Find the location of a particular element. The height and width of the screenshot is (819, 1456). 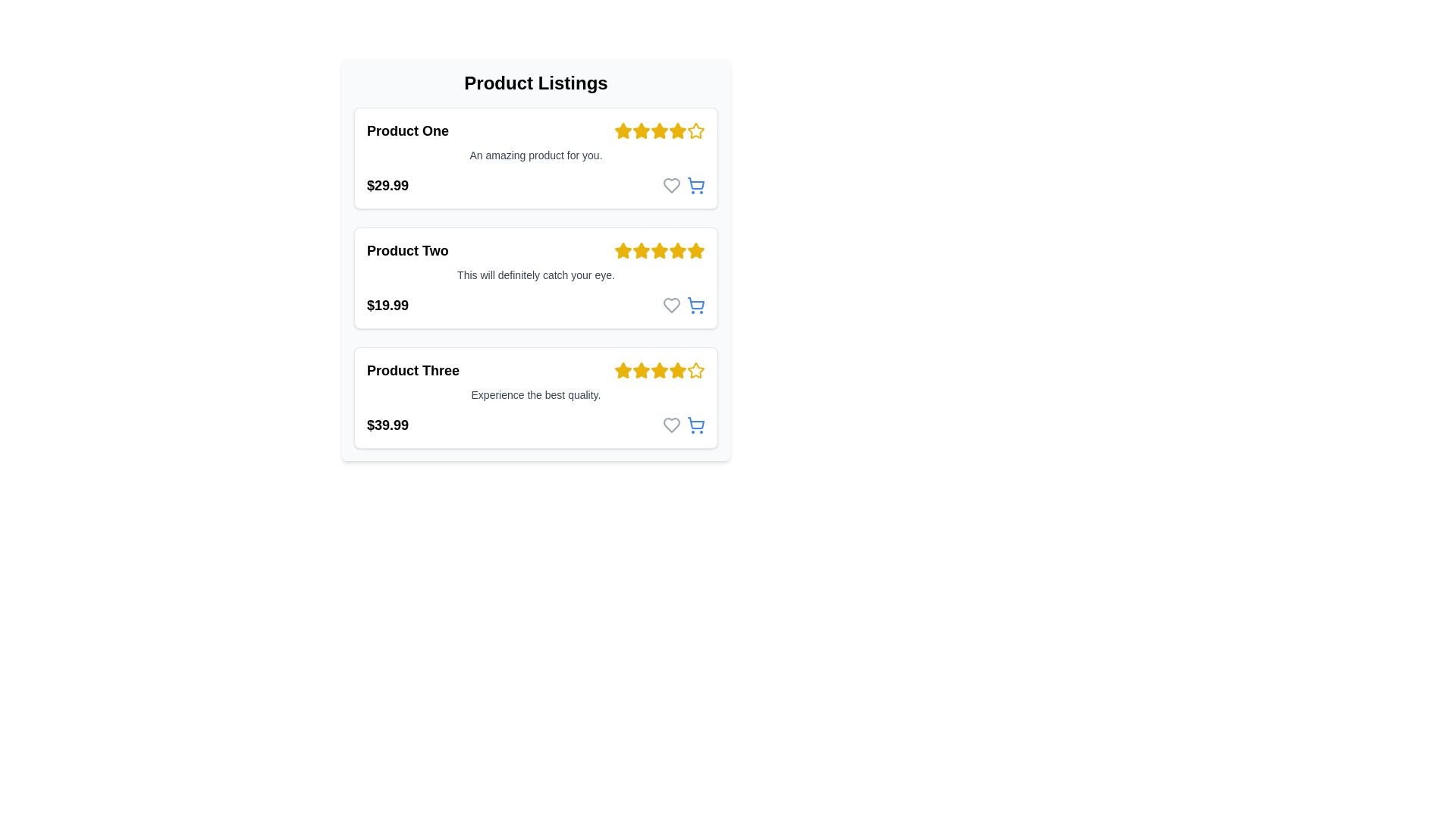

the second star icon in the horizontal rating system for 'Product One', which is filled with a golden-yellow color is located at coordinates (641, 130).